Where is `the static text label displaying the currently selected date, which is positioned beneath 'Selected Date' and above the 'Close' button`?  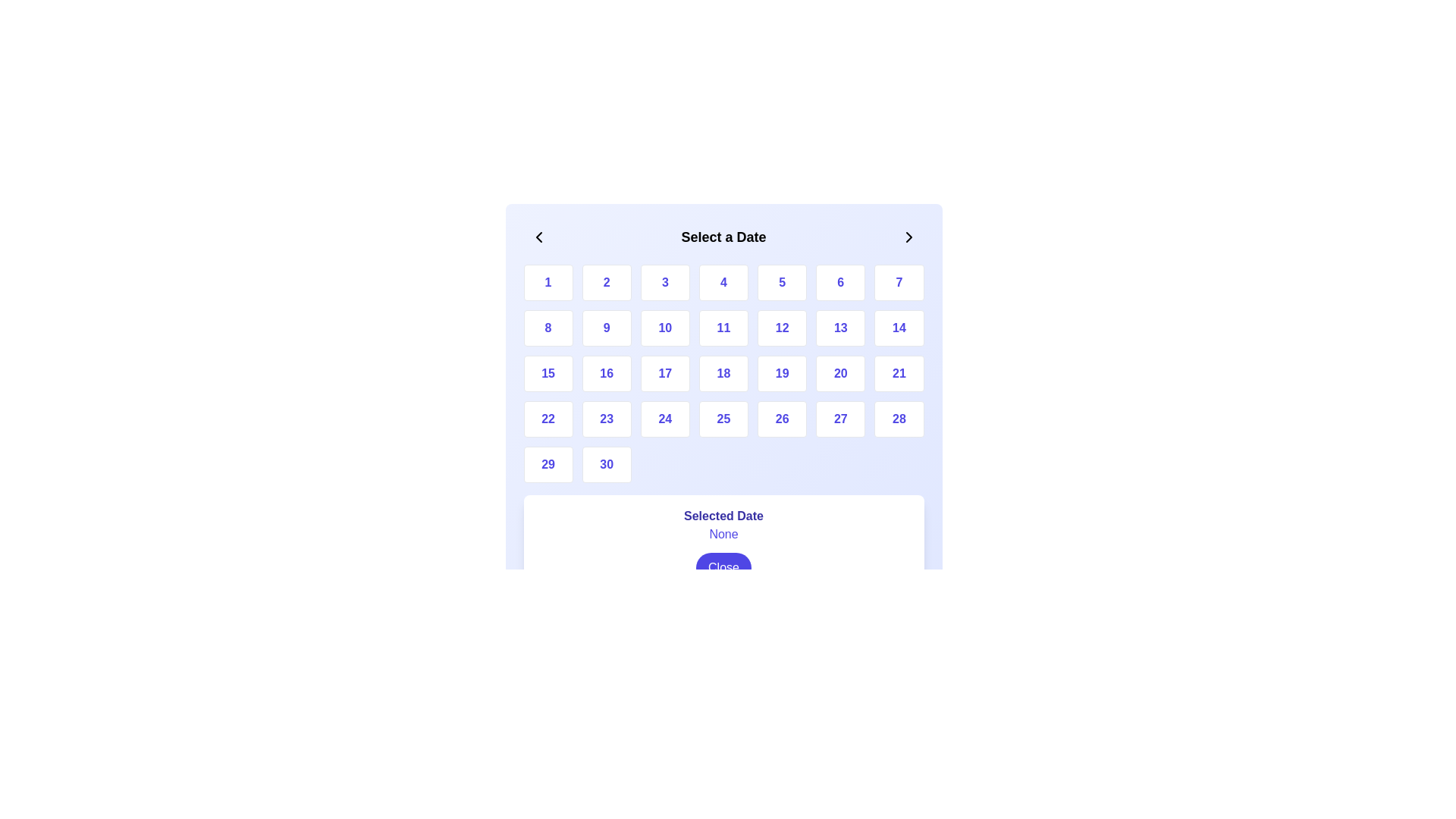
the static text label displaying the currently selected date, which is positioned beneath 'Selected Date' and above the 'Close' button is located at coordinates (723, 534).